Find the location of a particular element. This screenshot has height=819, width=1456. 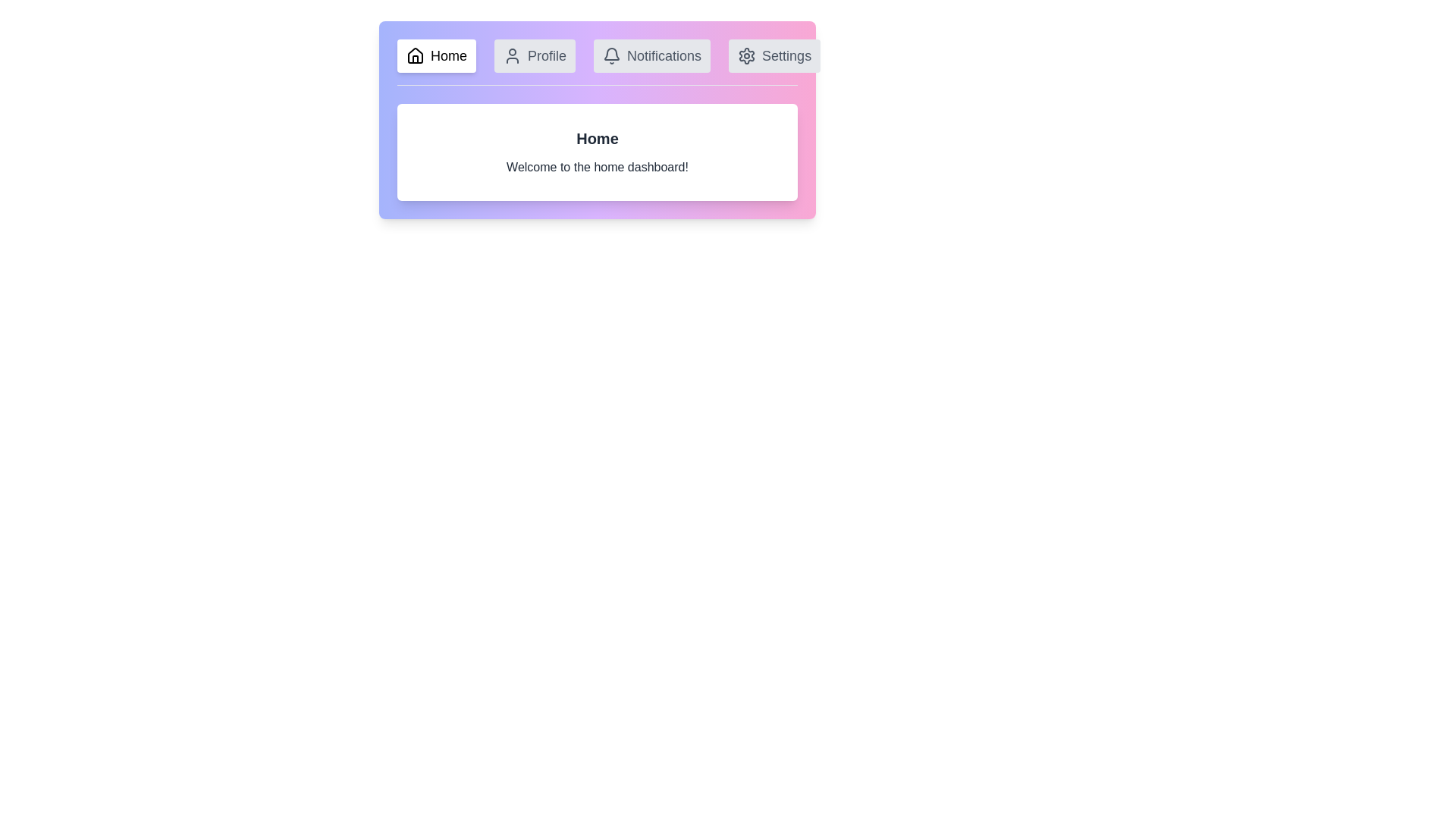

the tab labeled Home to select it is located at coordinates (436, 55).